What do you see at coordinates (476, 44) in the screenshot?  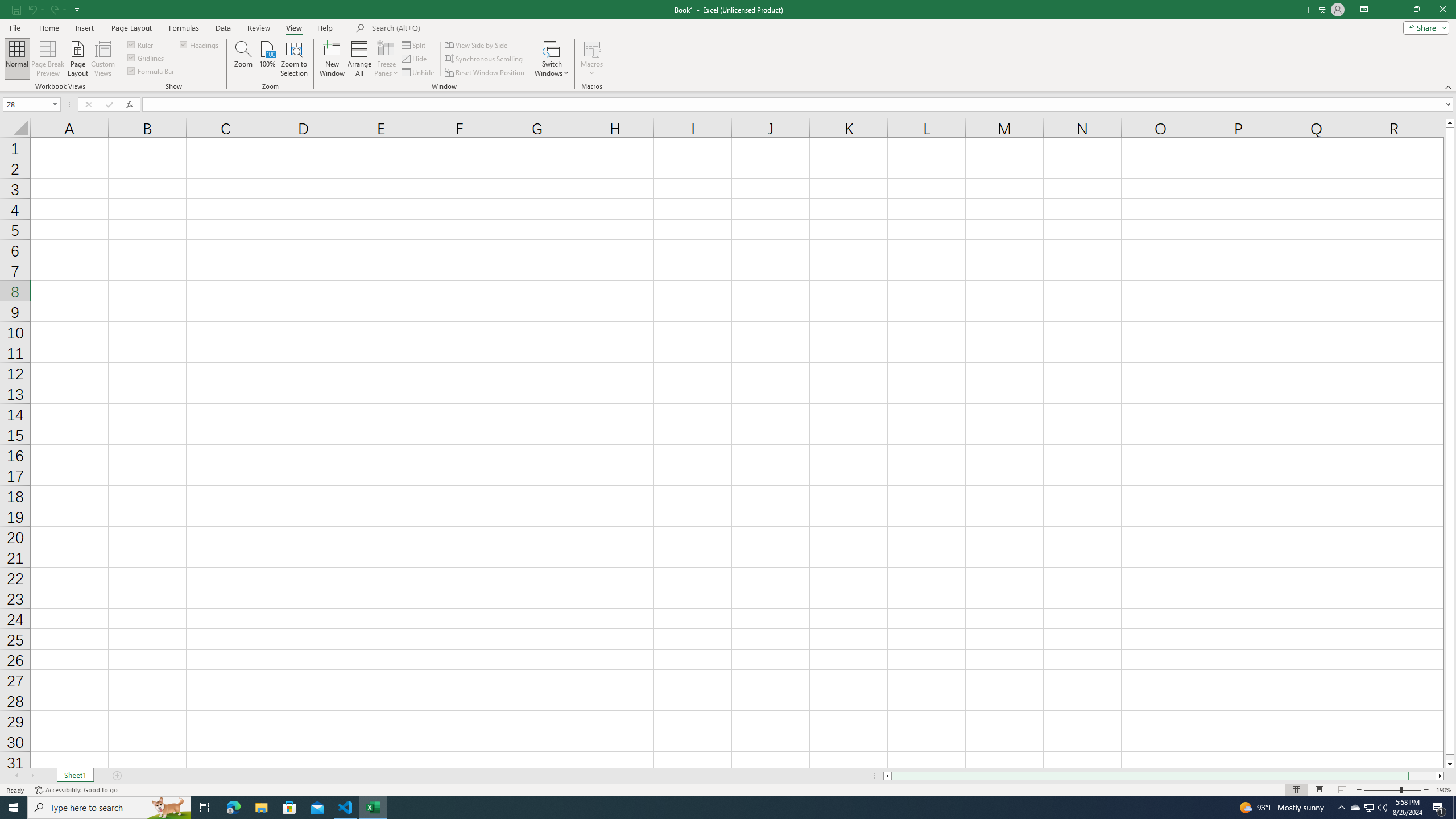 I see `'View Side by Side'` at bounding box center [476, 44].